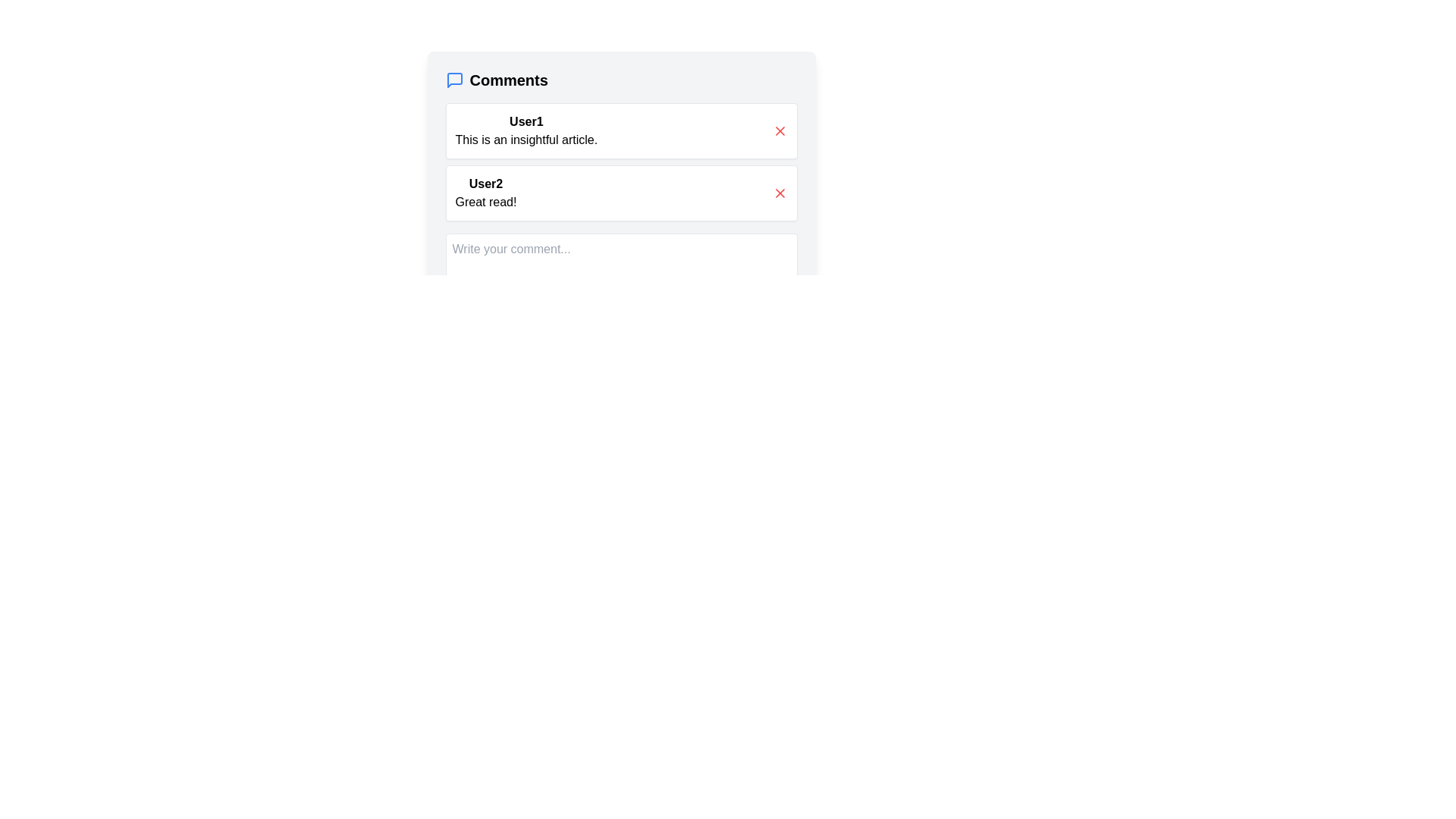 This screenshot has height=819, width=1456. What do you see at coordinates (780, 192) in the screenshot?
I see `the 'x' icon button located at the upper-right corner of the comment box containing the text 'Great read!' by 'User2' to observe the hover-specific style changes` at bounding box center [780, 192].